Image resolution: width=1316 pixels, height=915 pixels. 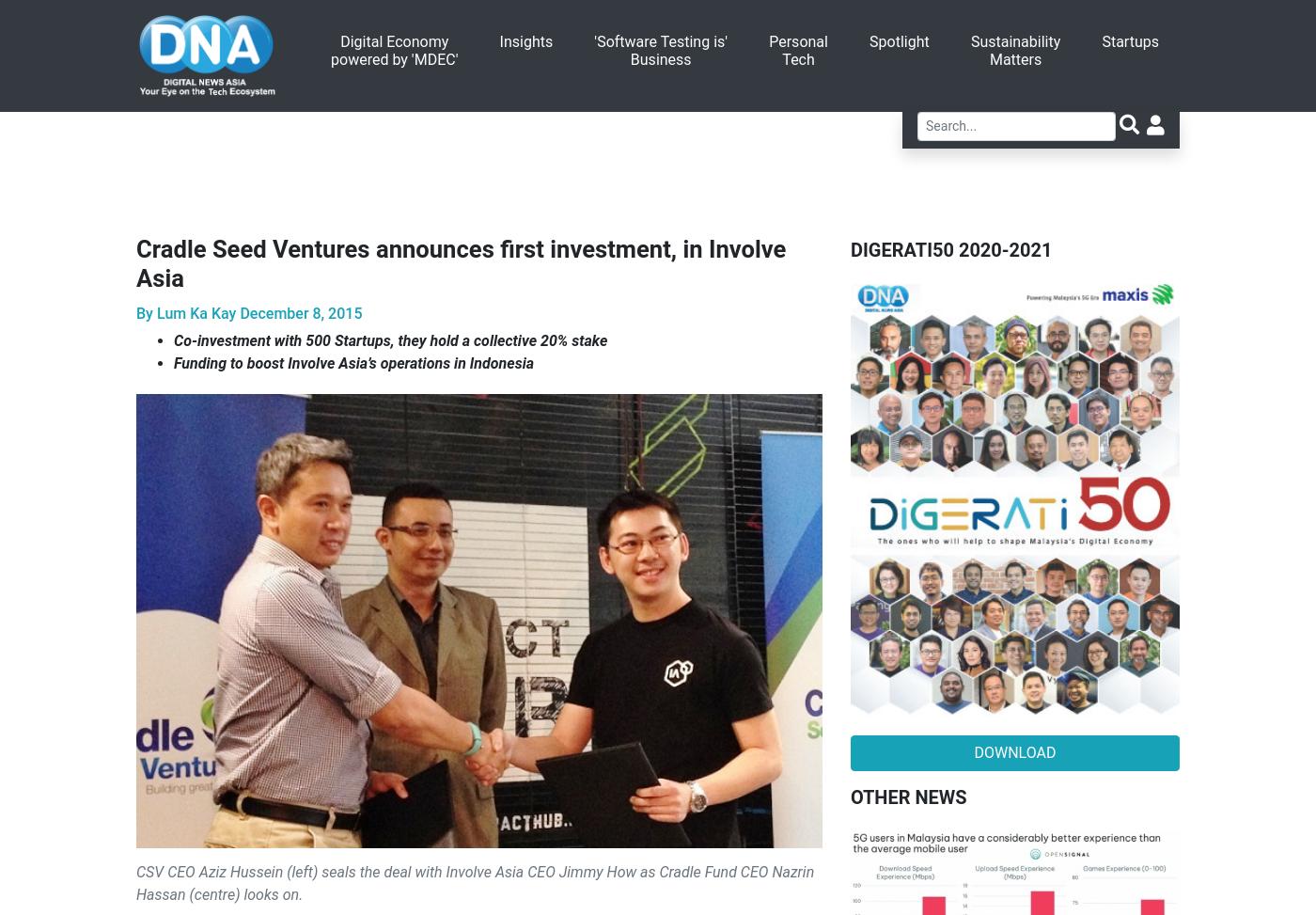 What do you see at coordinates (475, 881) in the screenshot?
I see `'CSV CEO Aziz Hussein (left) seals the deal with Involve Asia CEO Jimmy How as Cradle Fund CEO Nazrin Hassan (centre) looks on.'` at bounding box center [475, 881].